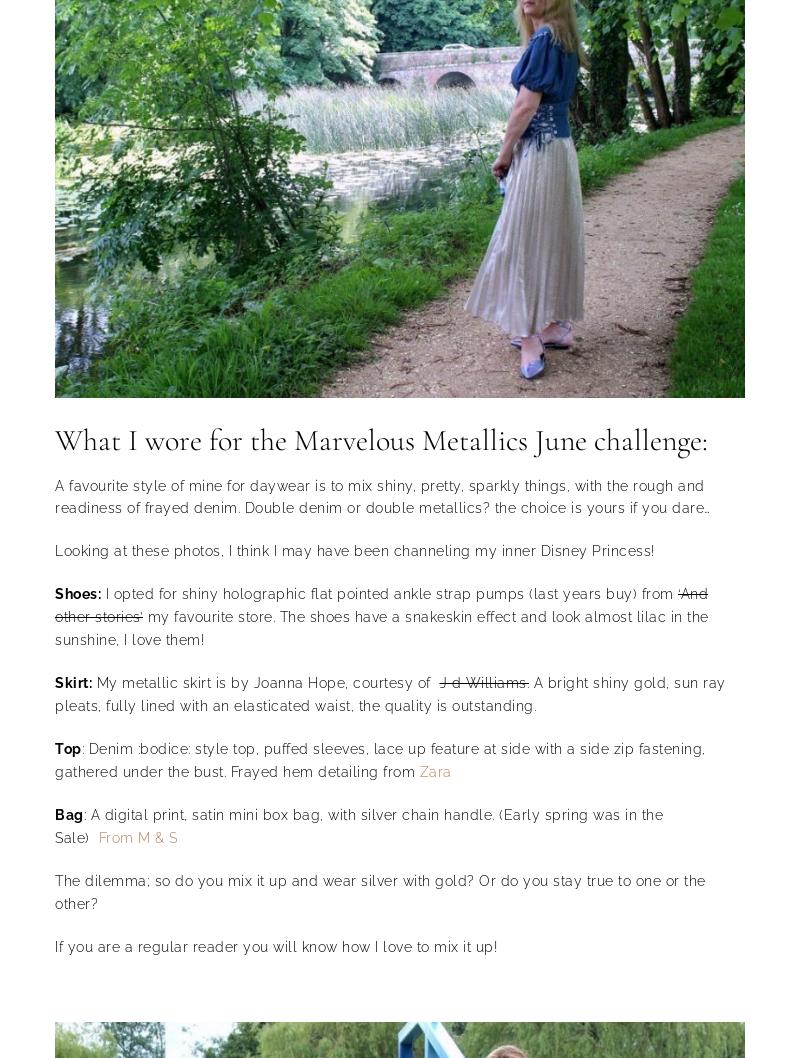  I want to click on 'A bright shiny gold, sun ray pleats, fully lined with an elasticated waist, the quality is outstanding.', so click(54, 693).